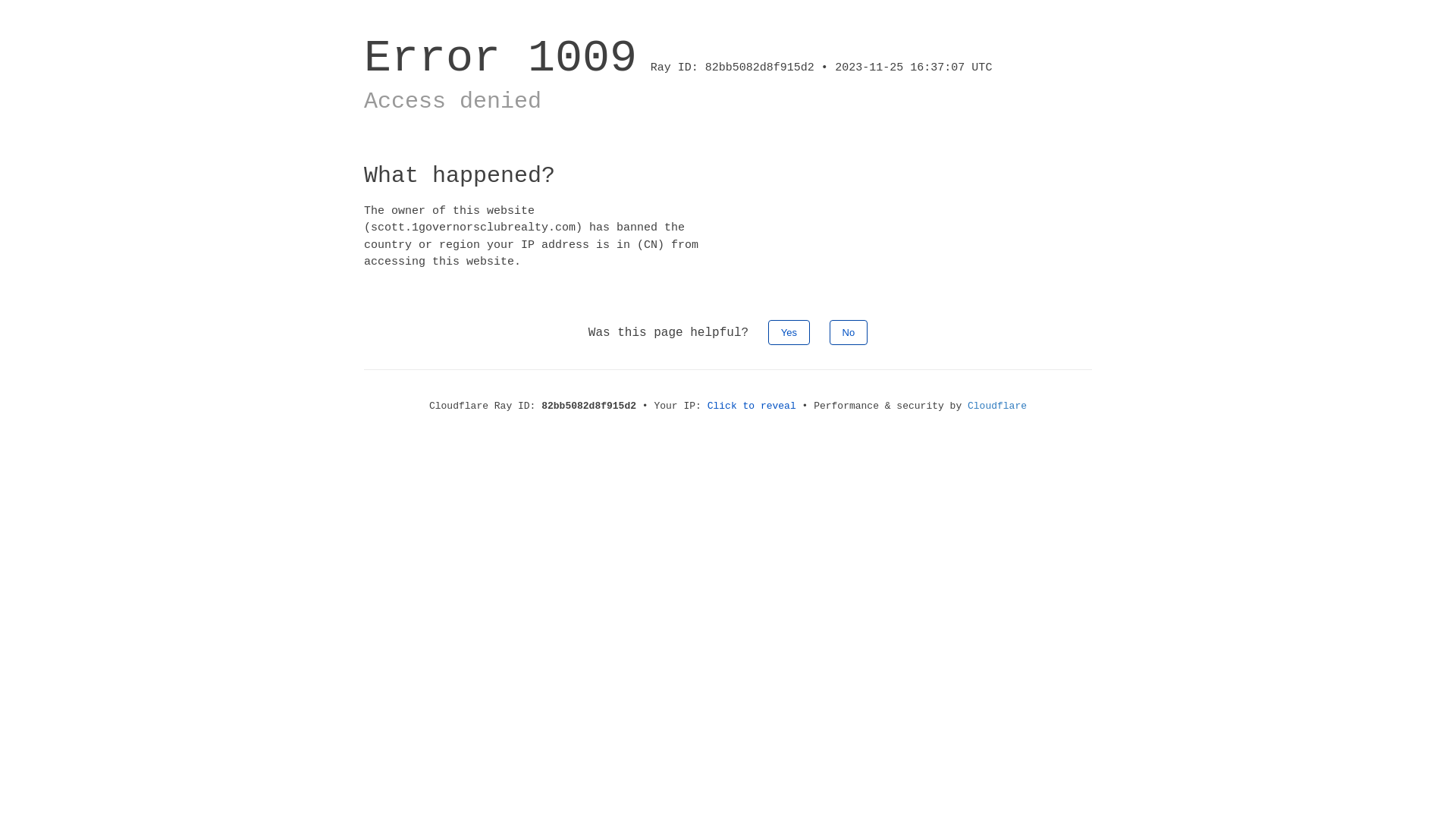 The image size is (1456, 819). I want to click on 'Yes', so click(789, 331).